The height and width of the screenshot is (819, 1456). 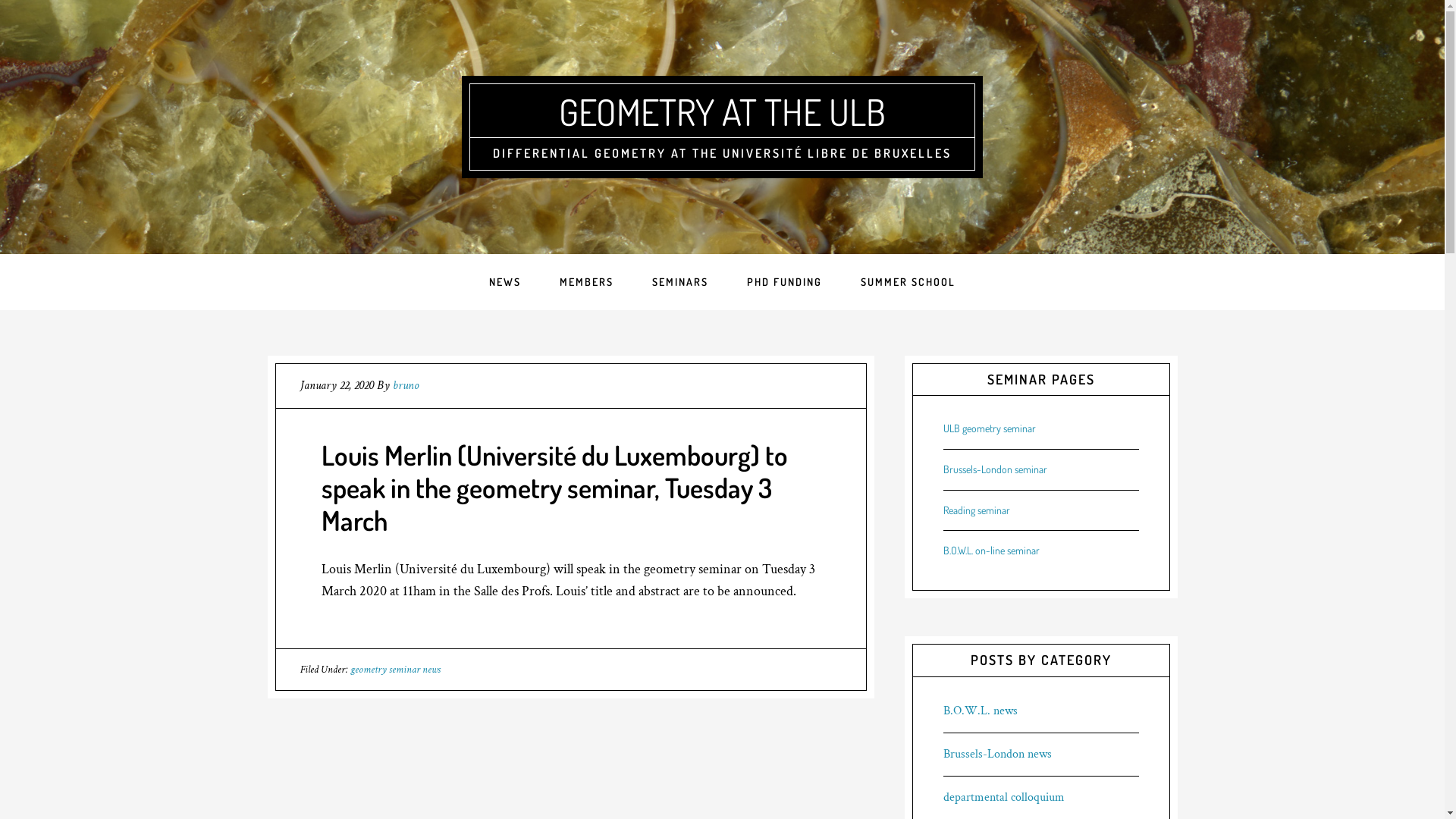 I want to click on 'PHD FUNDING', so click(x=728, y=281).